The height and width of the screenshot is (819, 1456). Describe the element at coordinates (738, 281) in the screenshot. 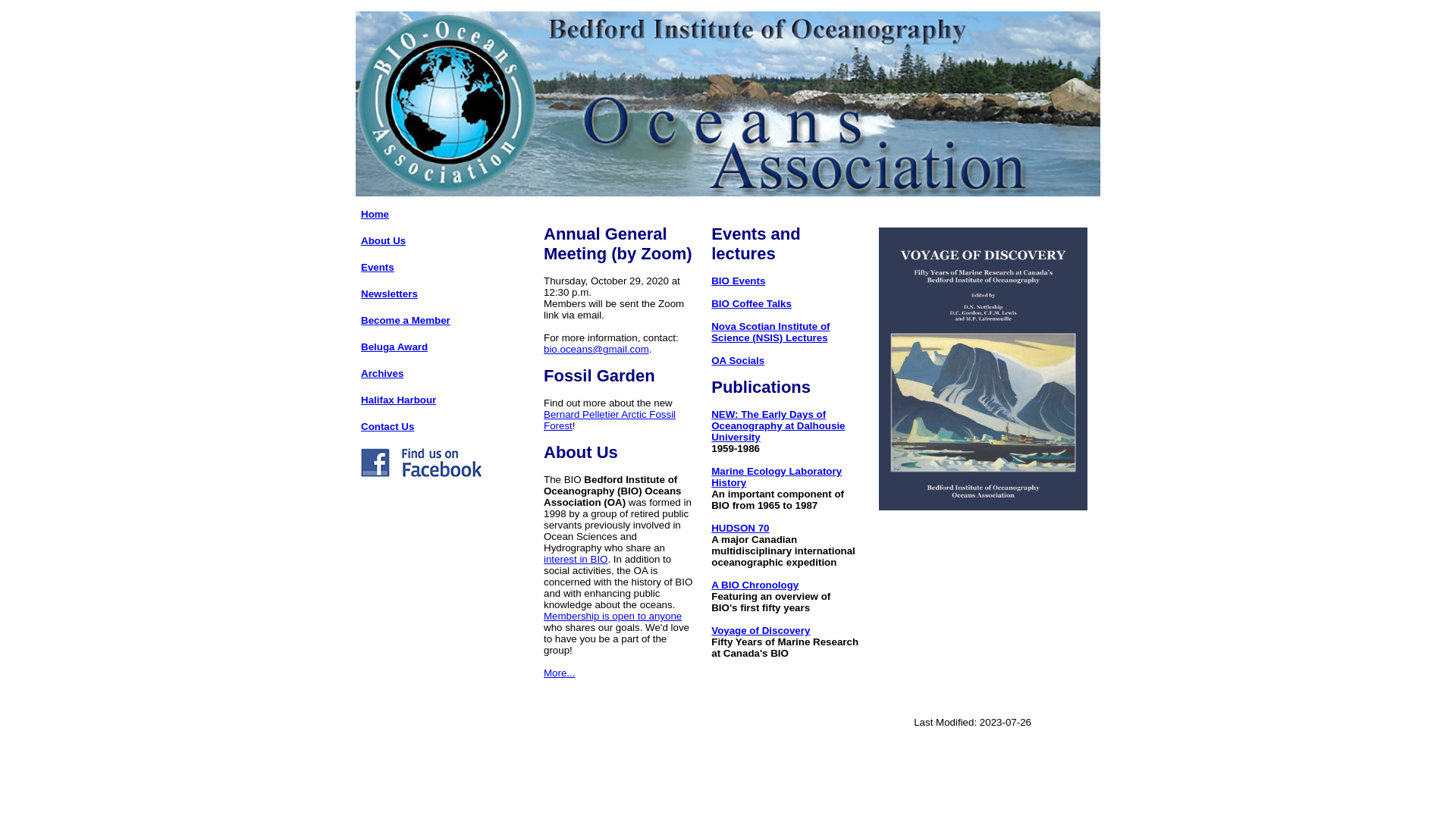

I see `'BIO Events'` at that location.